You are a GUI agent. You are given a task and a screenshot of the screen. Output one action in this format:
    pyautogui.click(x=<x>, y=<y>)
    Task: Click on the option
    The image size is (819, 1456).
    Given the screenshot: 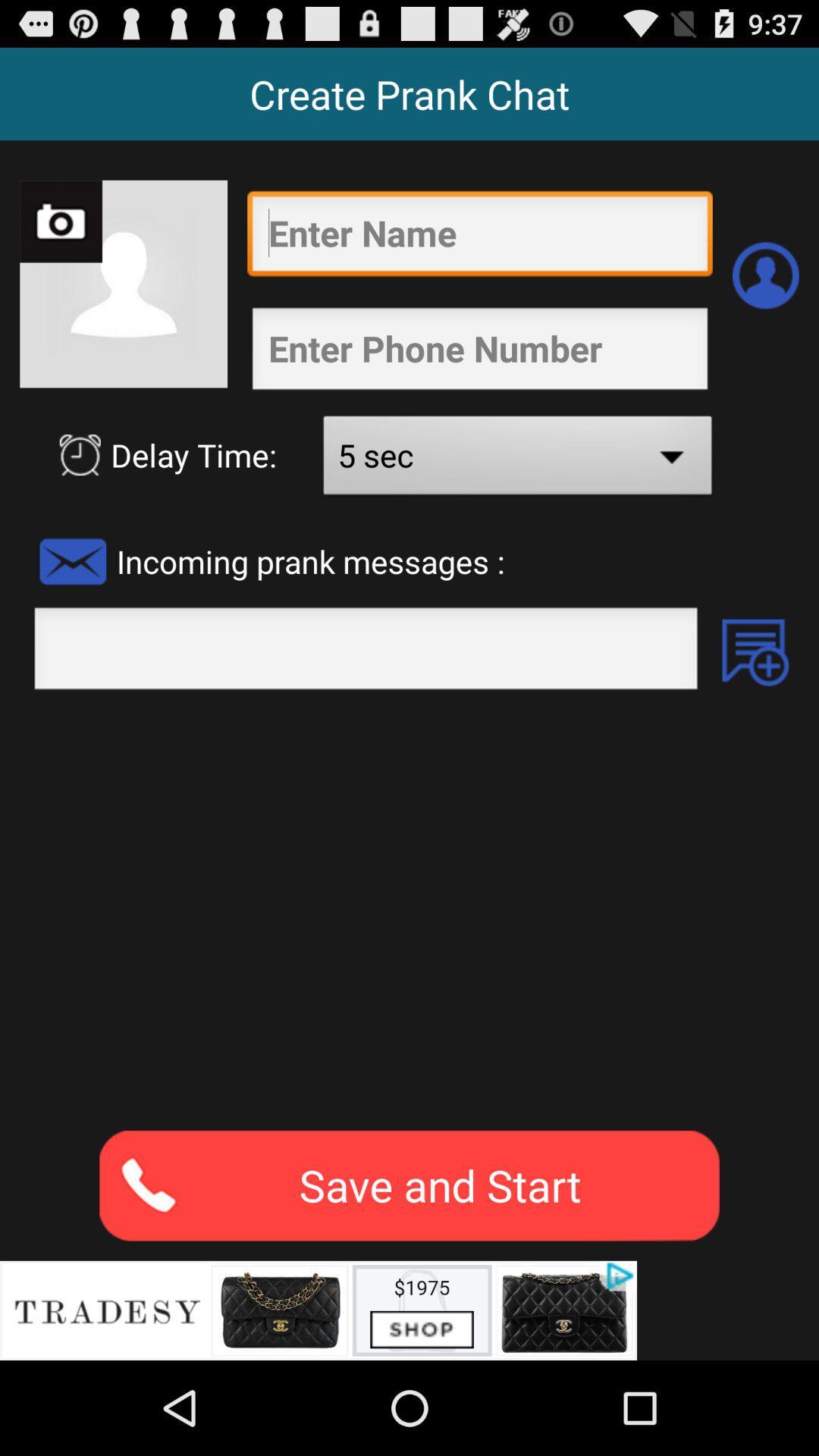 What is the action you would take?
    pyautogui.click(x=755, y=652)
    